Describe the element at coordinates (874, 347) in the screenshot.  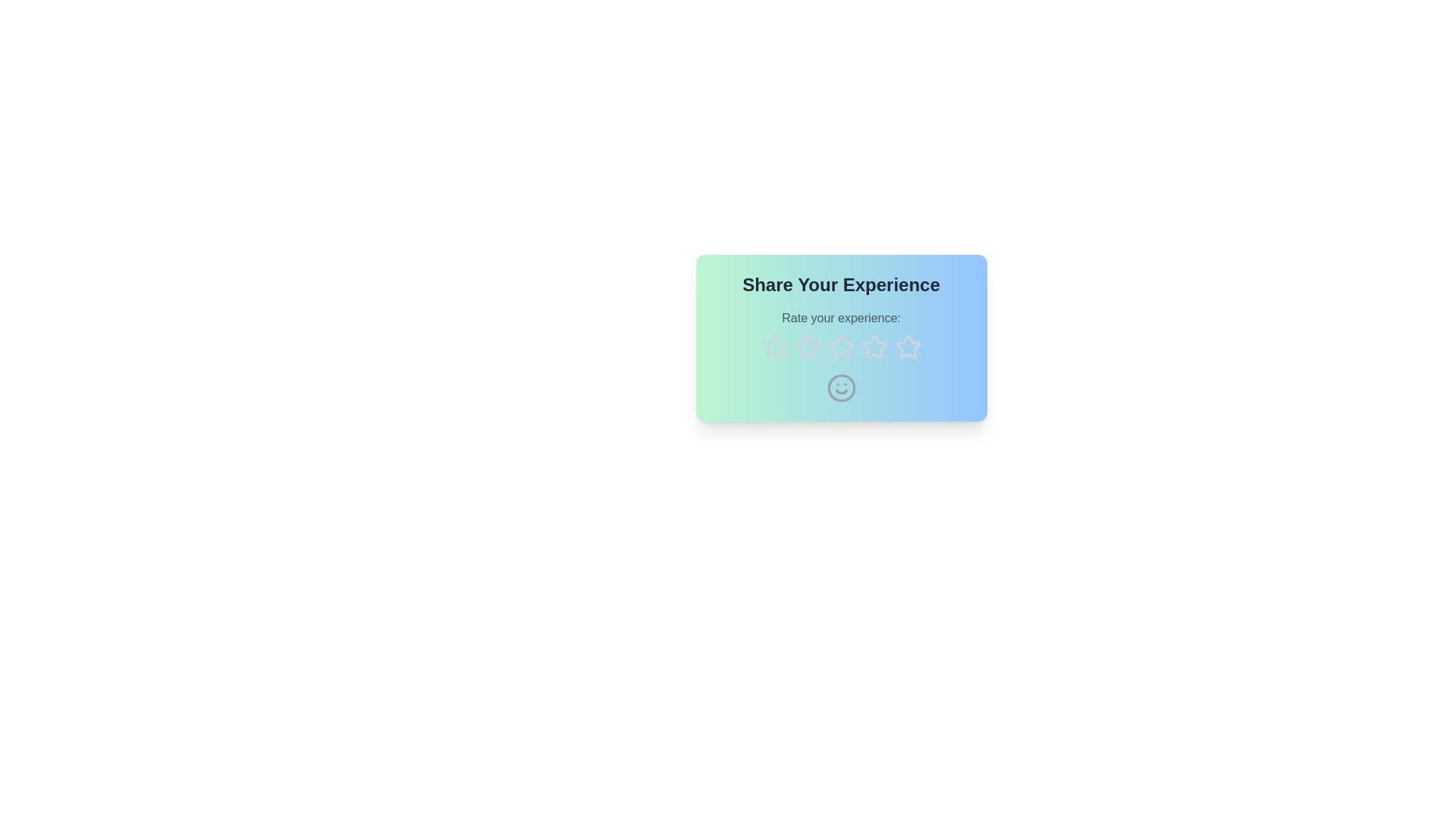
I see `the star corresponding to 4 to preview the rating` at that location.